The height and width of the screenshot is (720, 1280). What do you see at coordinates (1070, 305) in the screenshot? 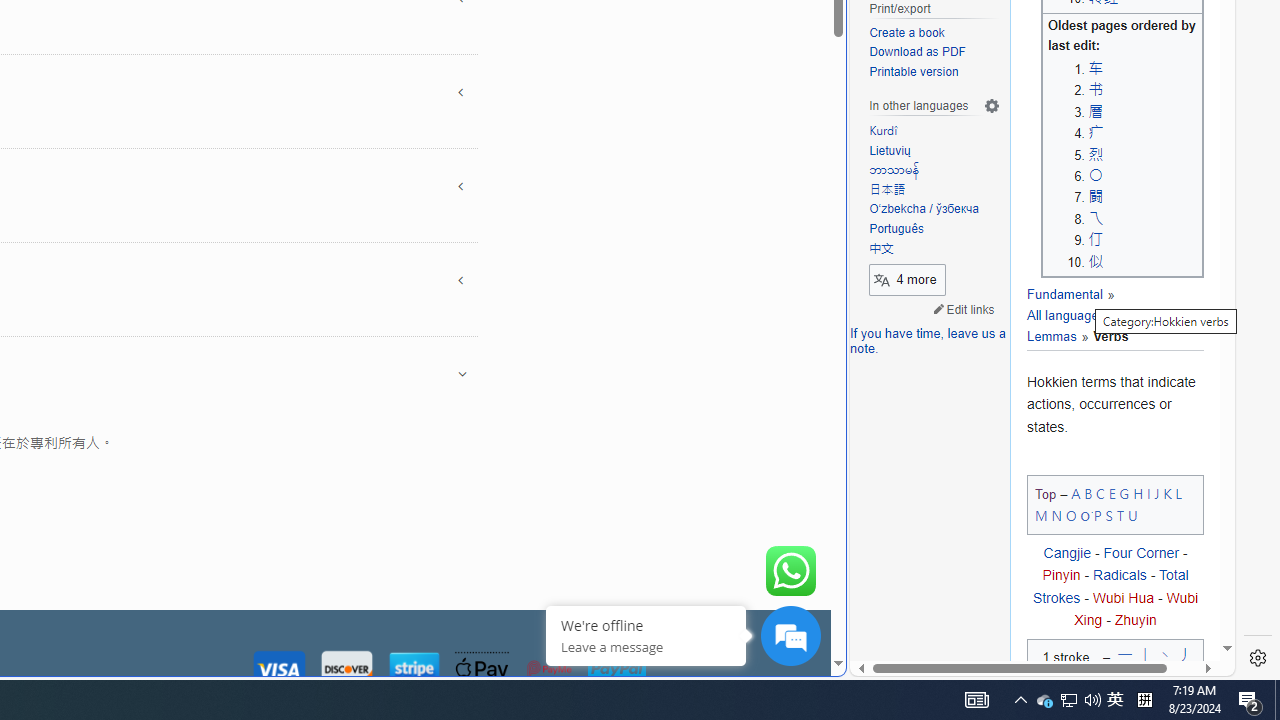
I see `'All languages'` at bounding box center [1070, 305].